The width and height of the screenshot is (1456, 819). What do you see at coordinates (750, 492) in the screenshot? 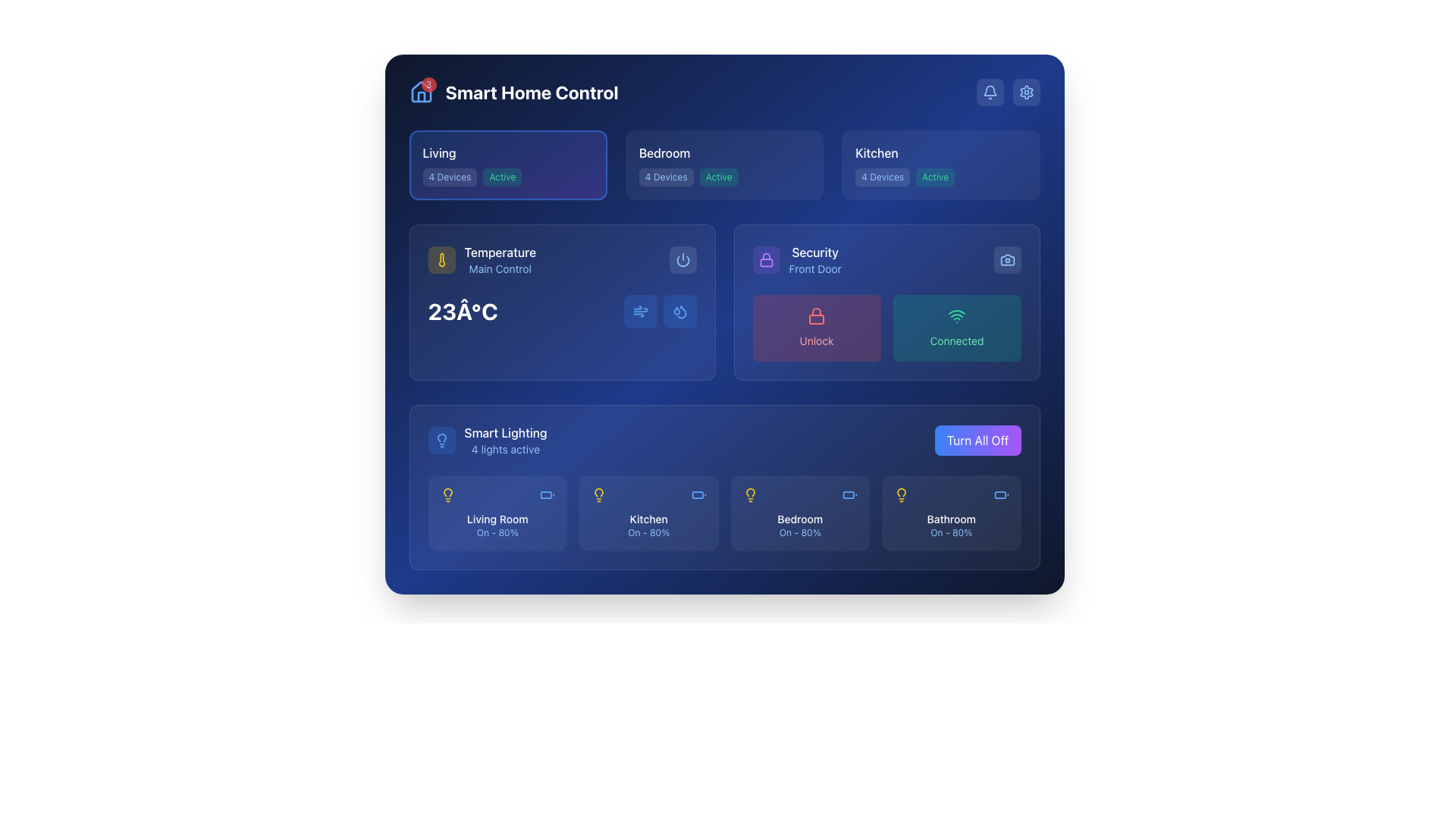
I see `the filament element of the lightbulb graphic in the Smart Lighting section labeled 'Bedroom On - 80%', which is centered at the coordinates provided` at bounding box center [750, 492].